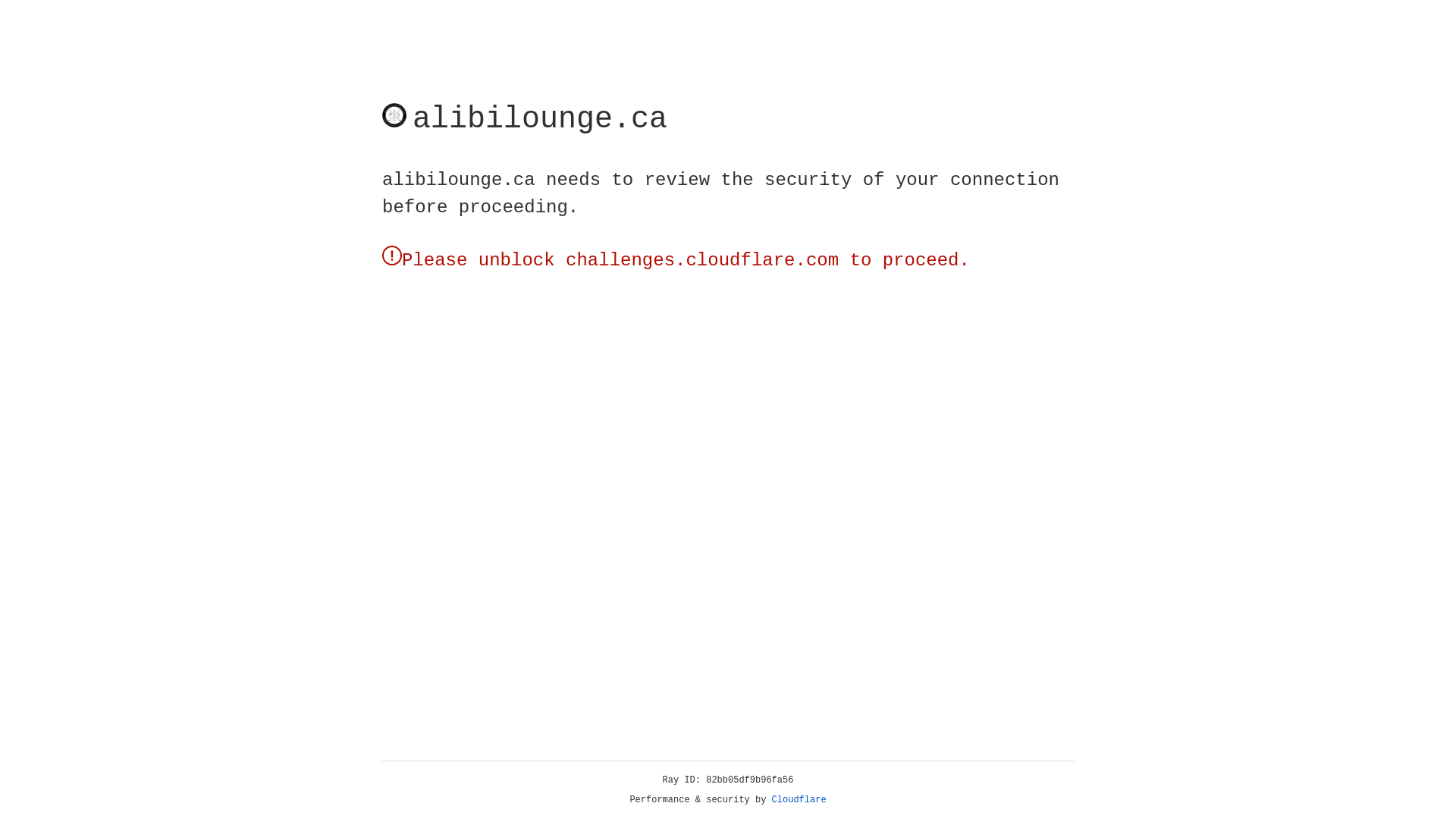  Describe the element at coordinates (799, 799) in the screenshot. I see `'Cloudflare'` at that location.